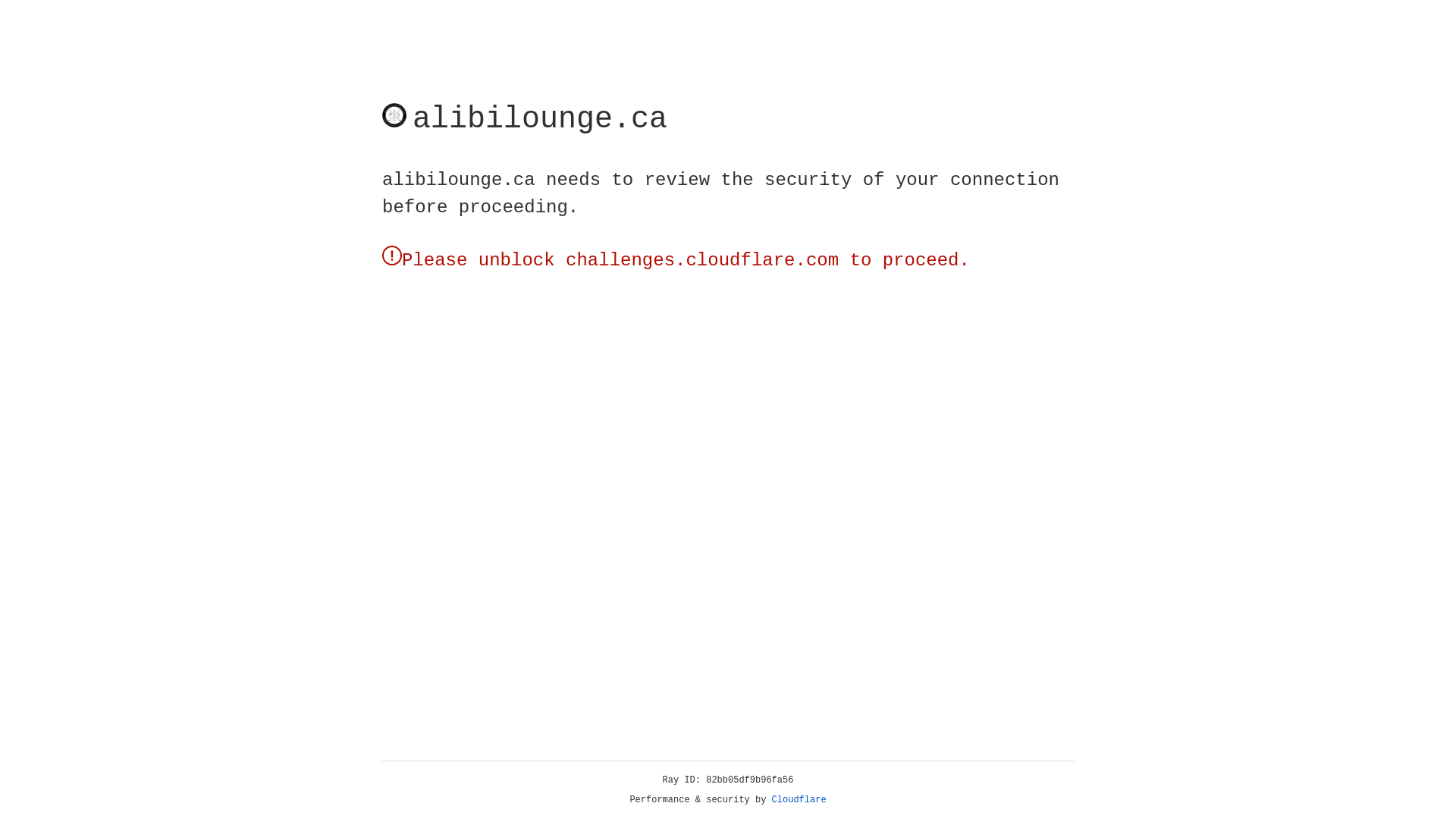  Describe the element at coordinates (799, 799) in the screenshot. I see `'Cloudflare'` at that location.